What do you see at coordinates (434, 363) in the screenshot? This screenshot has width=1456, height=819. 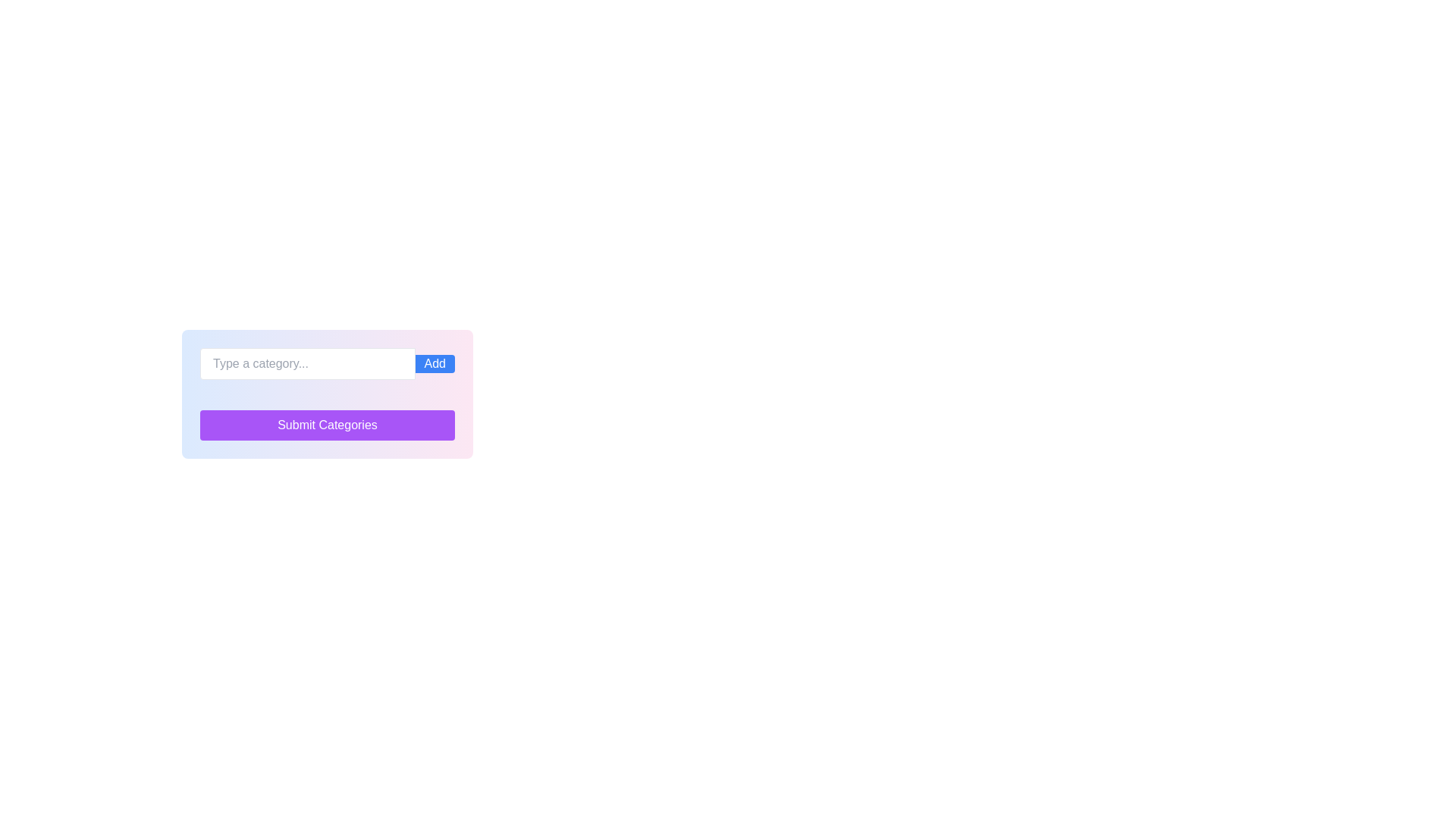 I see `the 'Add' button, which is a rectangular button with rounded corners, blue background, and white text, located at the far-right side of the input field labeled 'Type a category...'` at bounding box center [434, 363].